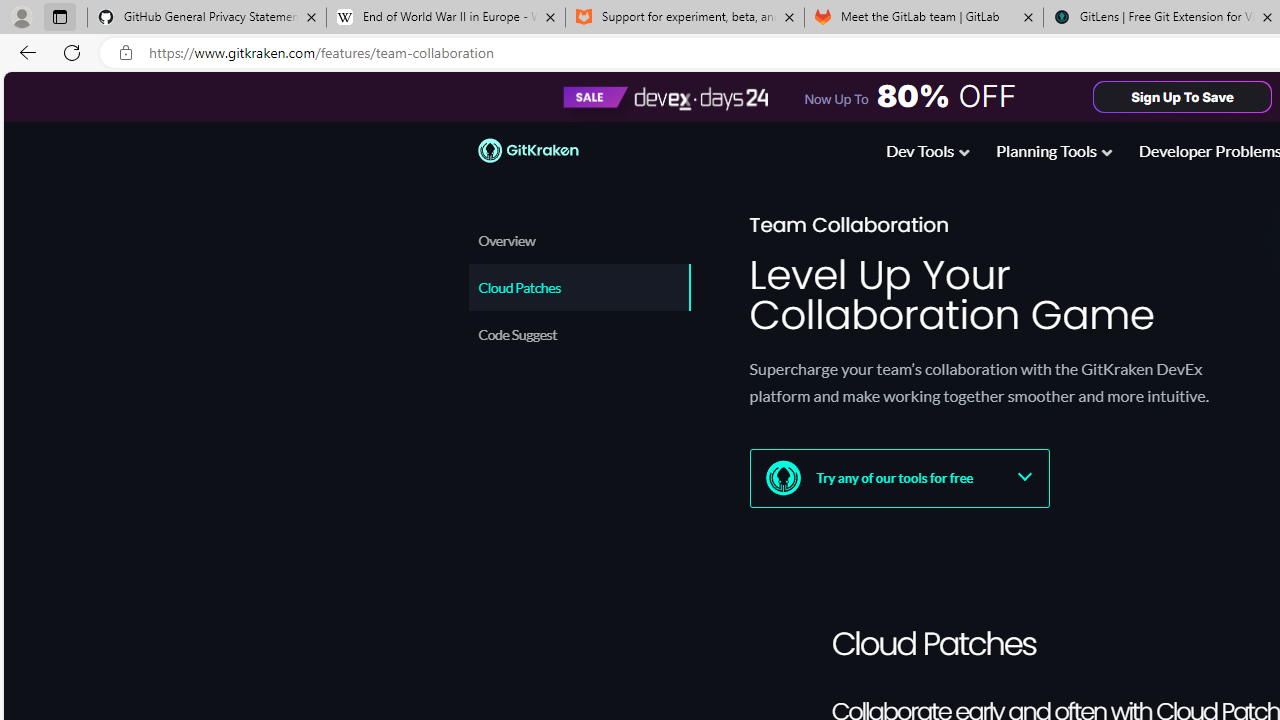  Describe the element at coordinates (578, 287) in the screenshot. I see `'Cloud Patches'` at that location.